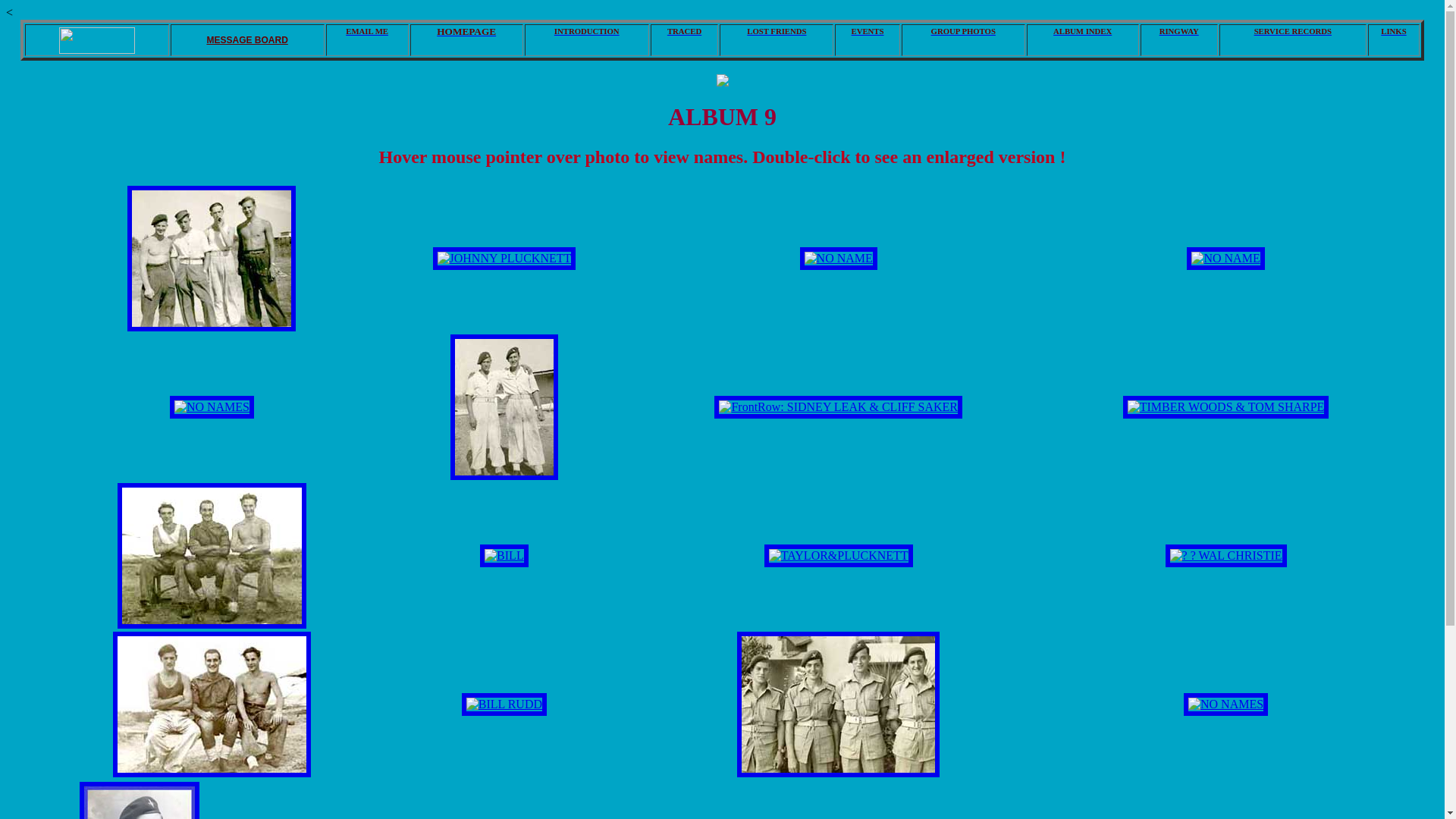  What do you see at coordinates (367, 31) in the screenshot?
I see `'EMAIL ME'` at bounding box center [367, 31].